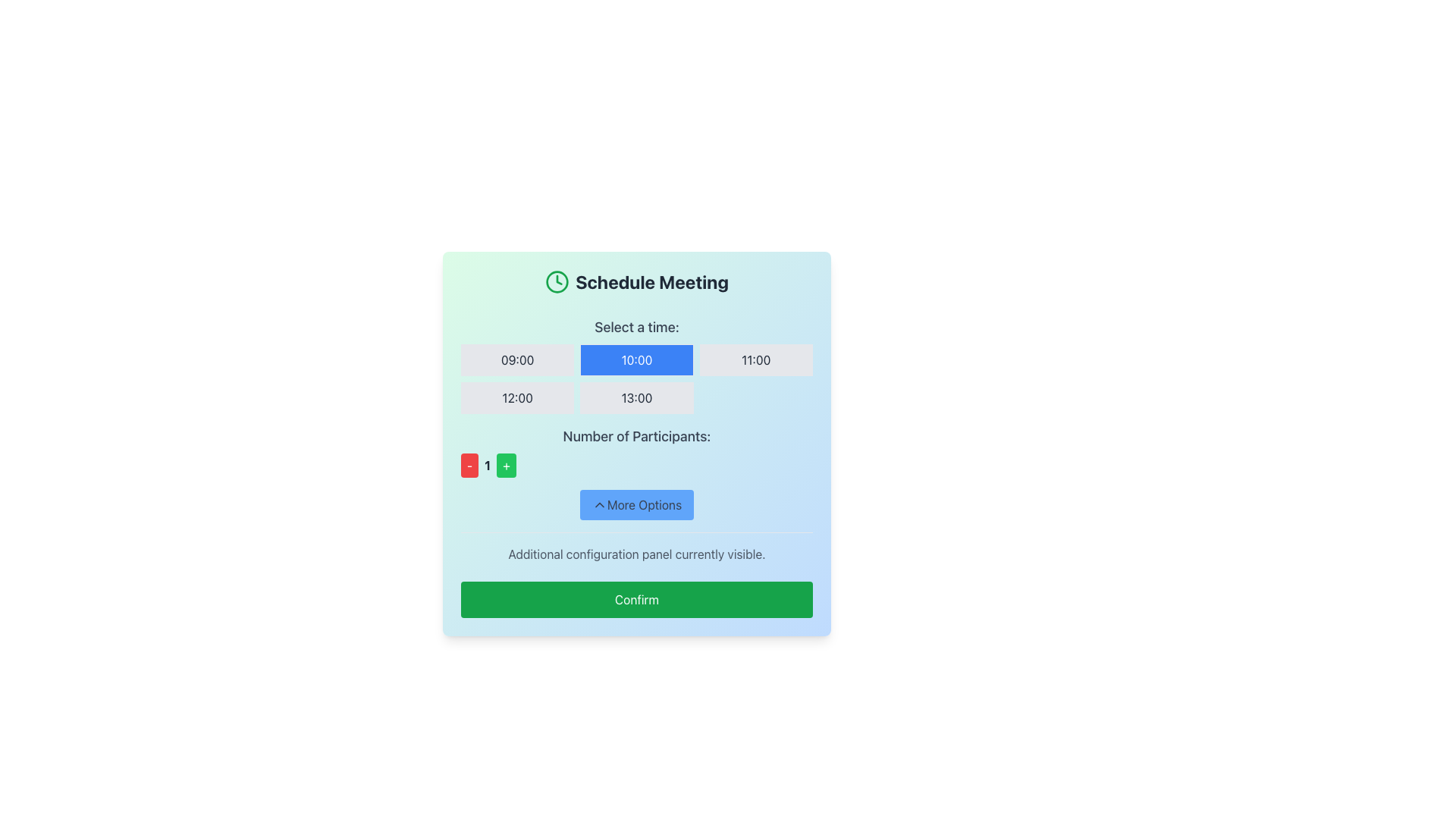  I want to click on the static text element displaying the bold number '1', which is positioned between the '-' and '+' buttons, under the heading 'Number of Participants:' on a blue gradient panel, so click(488, 464).